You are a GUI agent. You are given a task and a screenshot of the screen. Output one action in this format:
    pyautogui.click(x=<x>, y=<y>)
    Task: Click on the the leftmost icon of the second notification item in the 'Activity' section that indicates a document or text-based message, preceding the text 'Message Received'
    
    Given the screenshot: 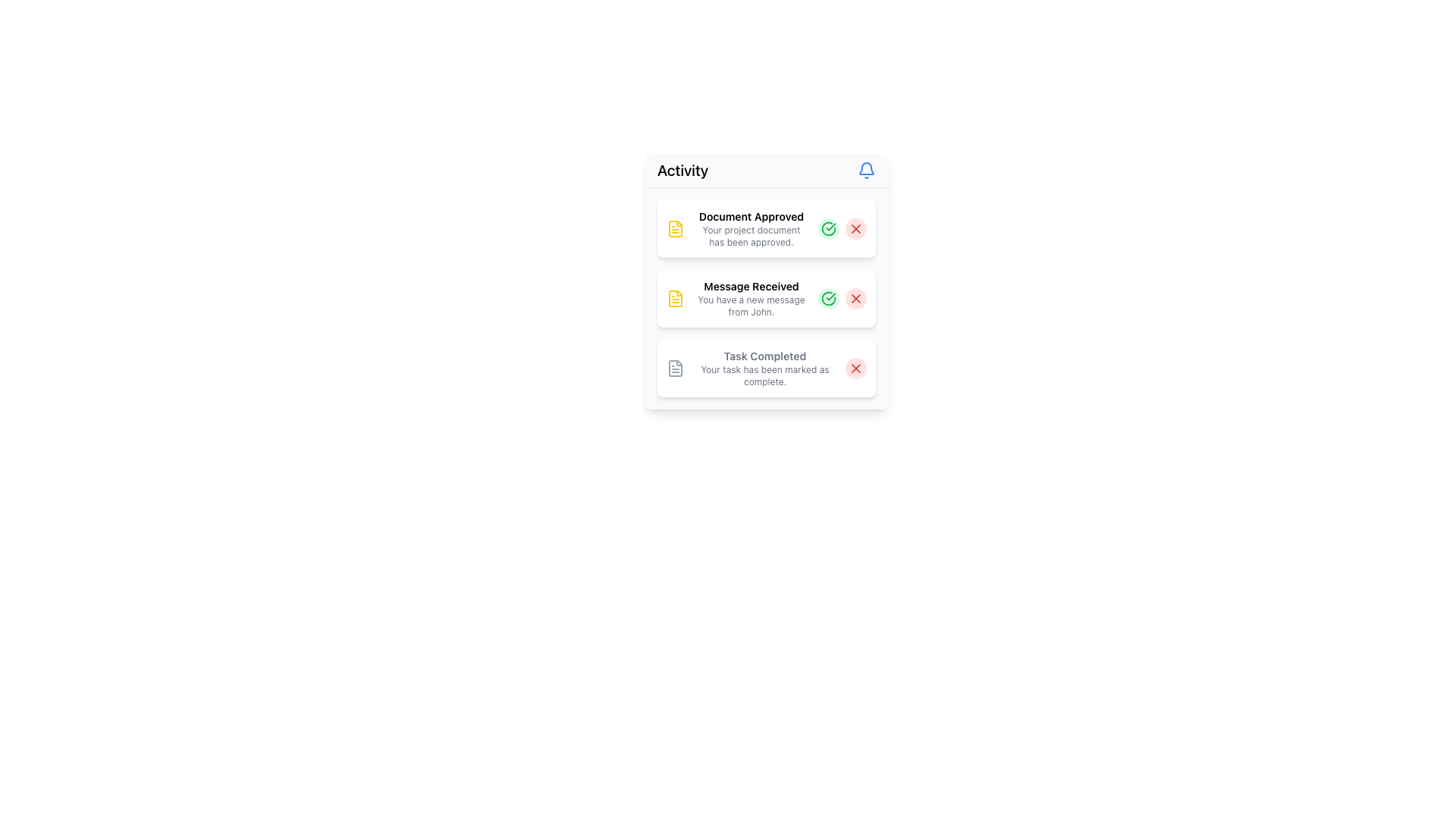 What is the action you would take?
    pyautogui.click(x=675, y=298)
    